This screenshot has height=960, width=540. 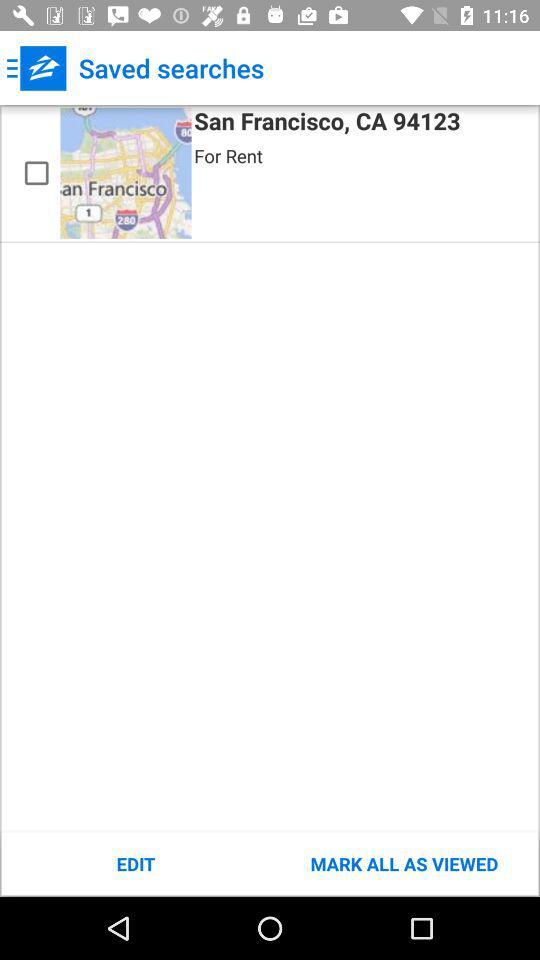 I want to click on the san francisco ca item, so click(x=327, y=123).